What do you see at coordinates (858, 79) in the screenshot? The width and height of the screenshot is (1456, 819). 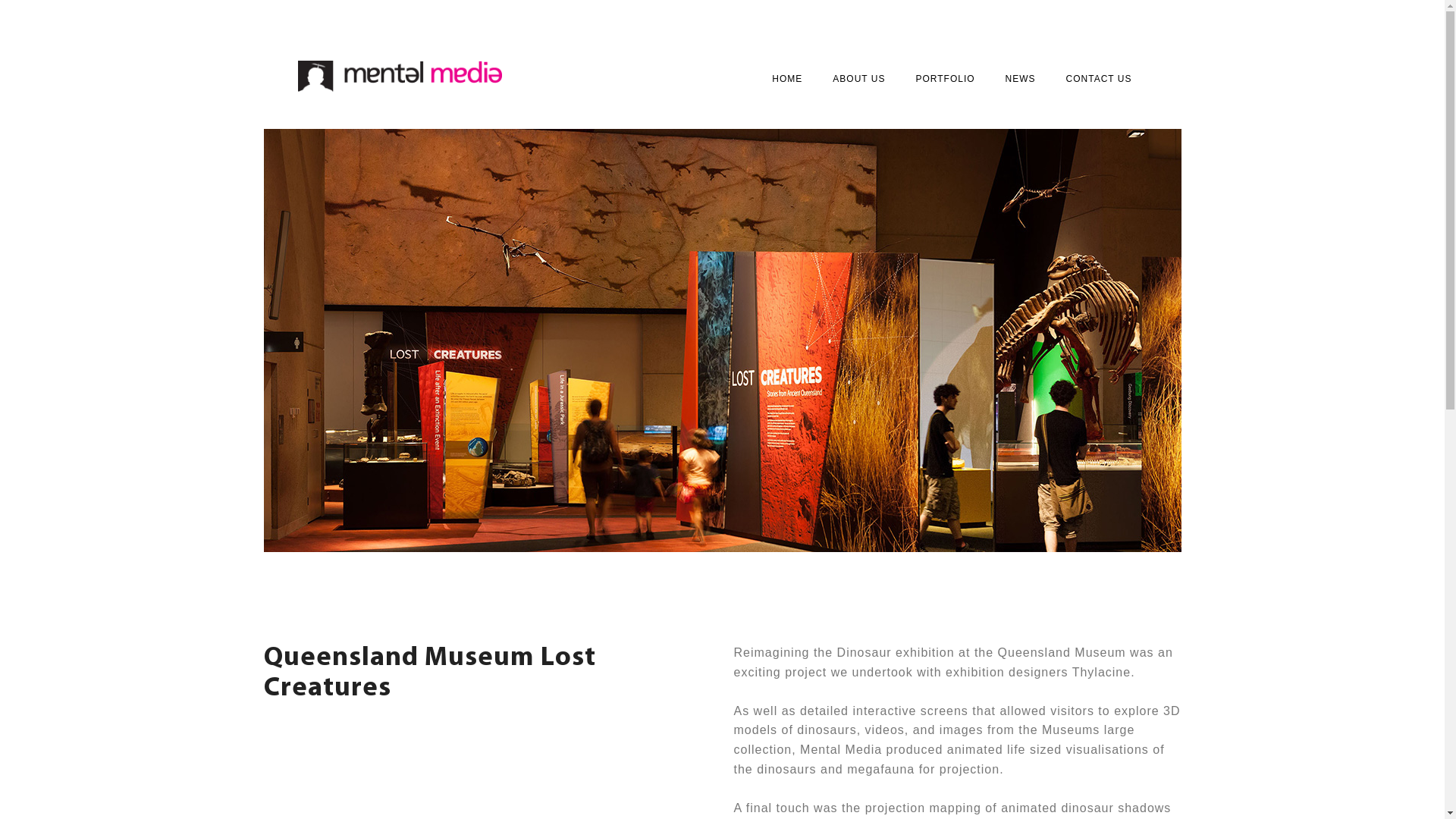 I see `'ABOUT US'` at bounding box center [858, 79].